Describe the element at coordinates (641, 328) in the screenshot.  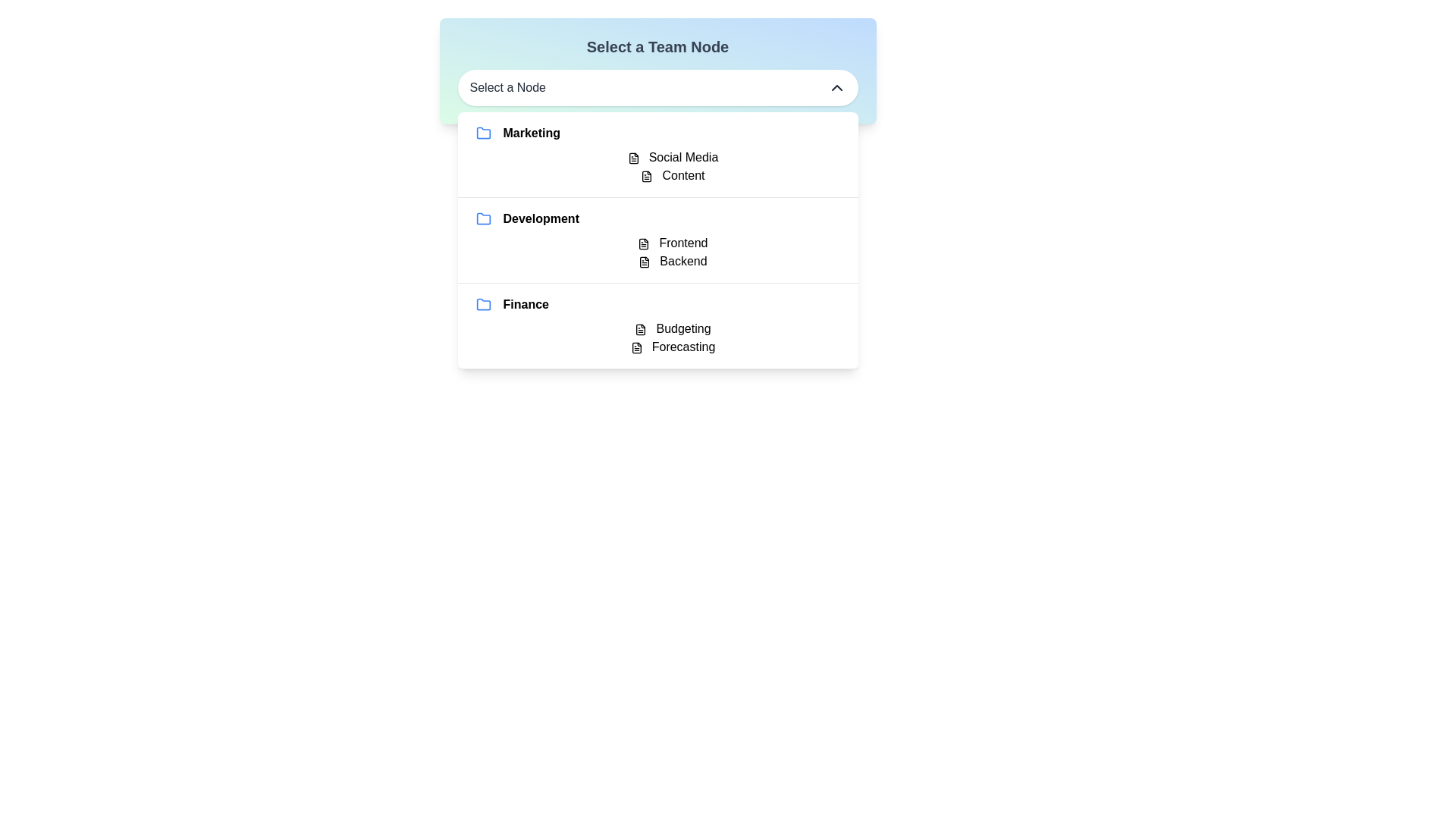
I see `the icon in the 'Finance' section that visually enhances the 'Budgeting' label, located directly before it in the second row` at that location.